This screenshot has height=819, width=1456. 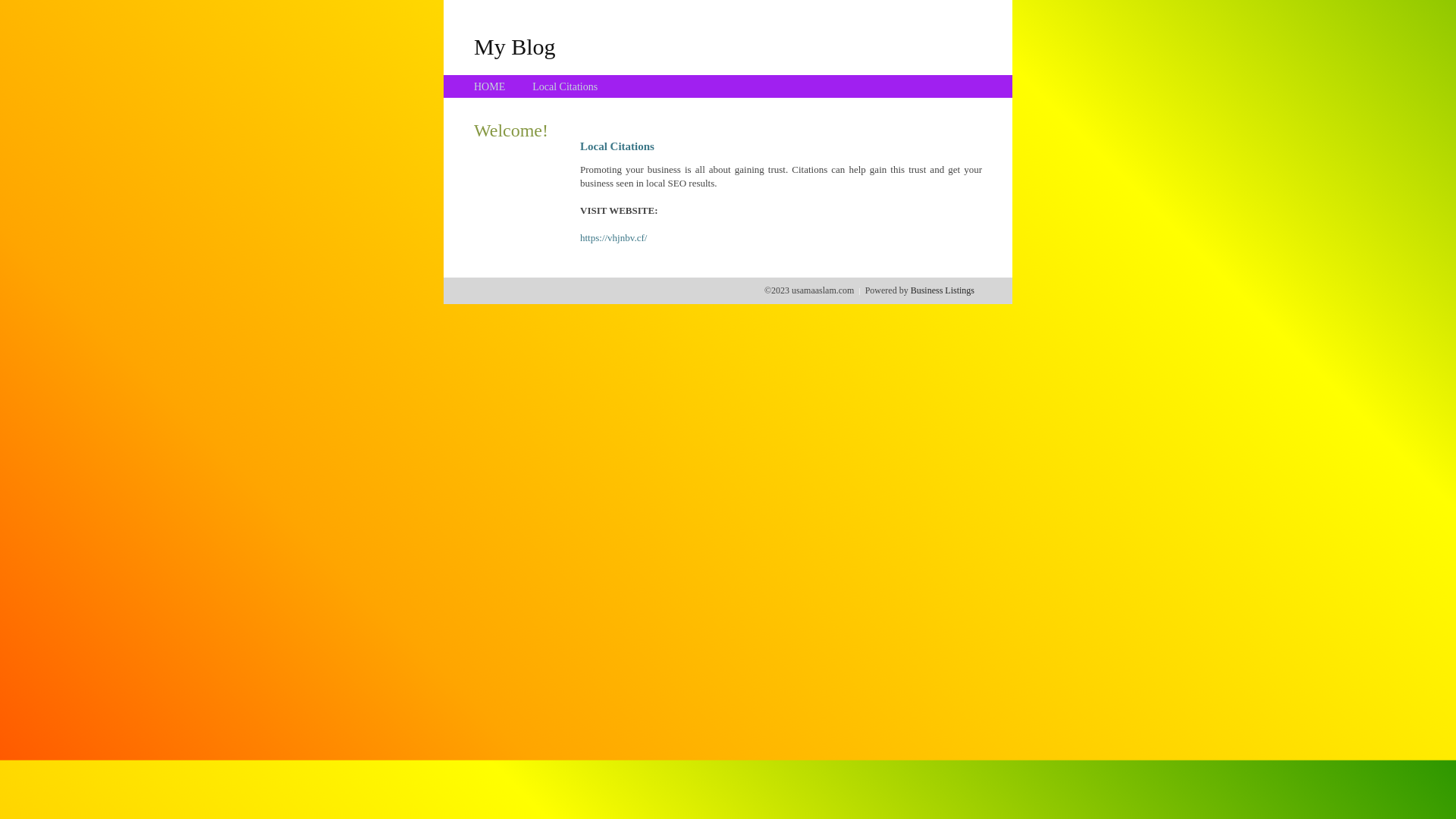 I want to click on 'https://vhjnbv.cf/', so click(x=613, y=237).